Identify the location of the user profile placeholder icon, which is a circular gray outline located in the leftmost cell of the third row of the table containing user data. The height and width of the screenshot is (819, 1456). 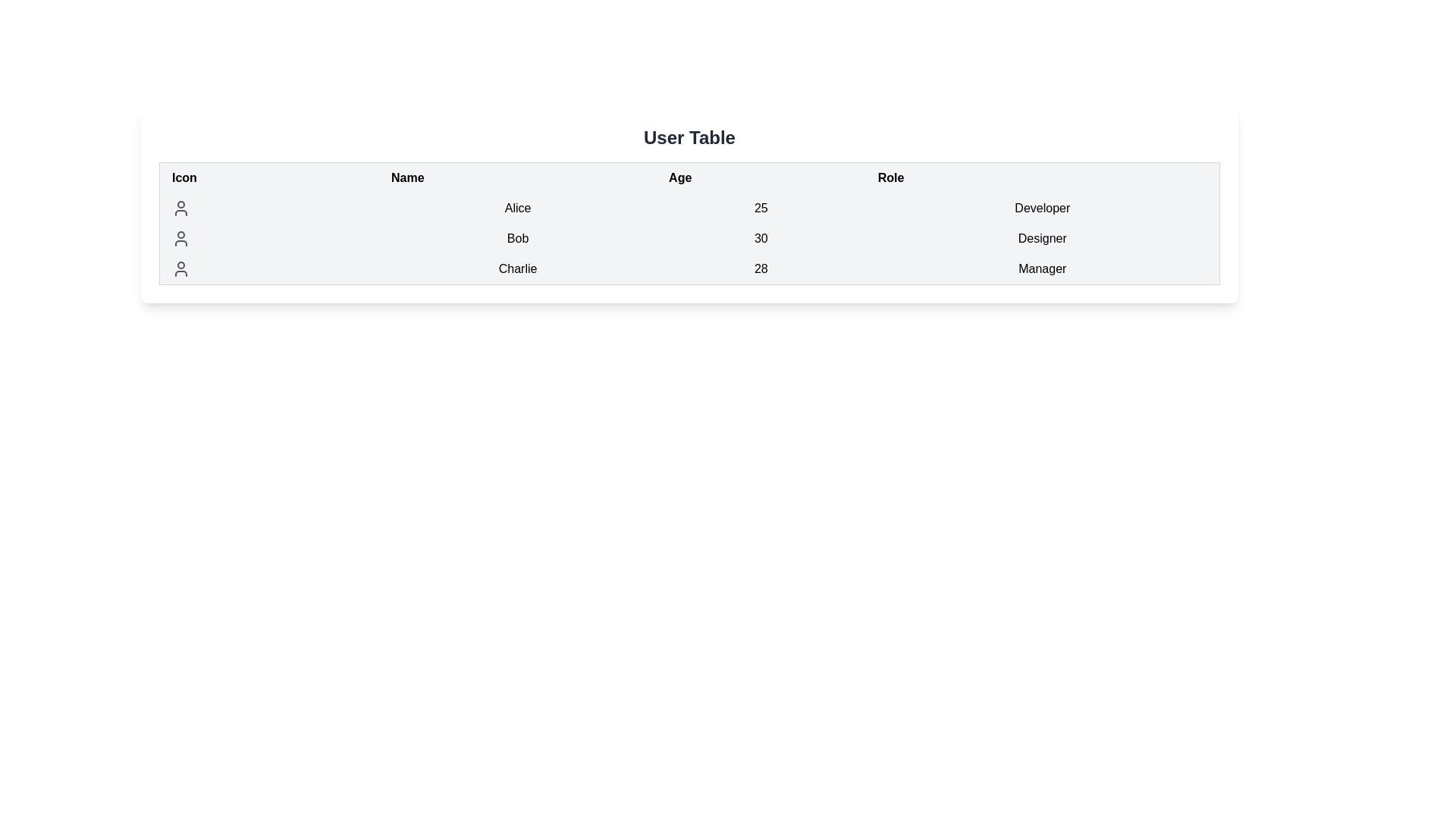
(181, 268).